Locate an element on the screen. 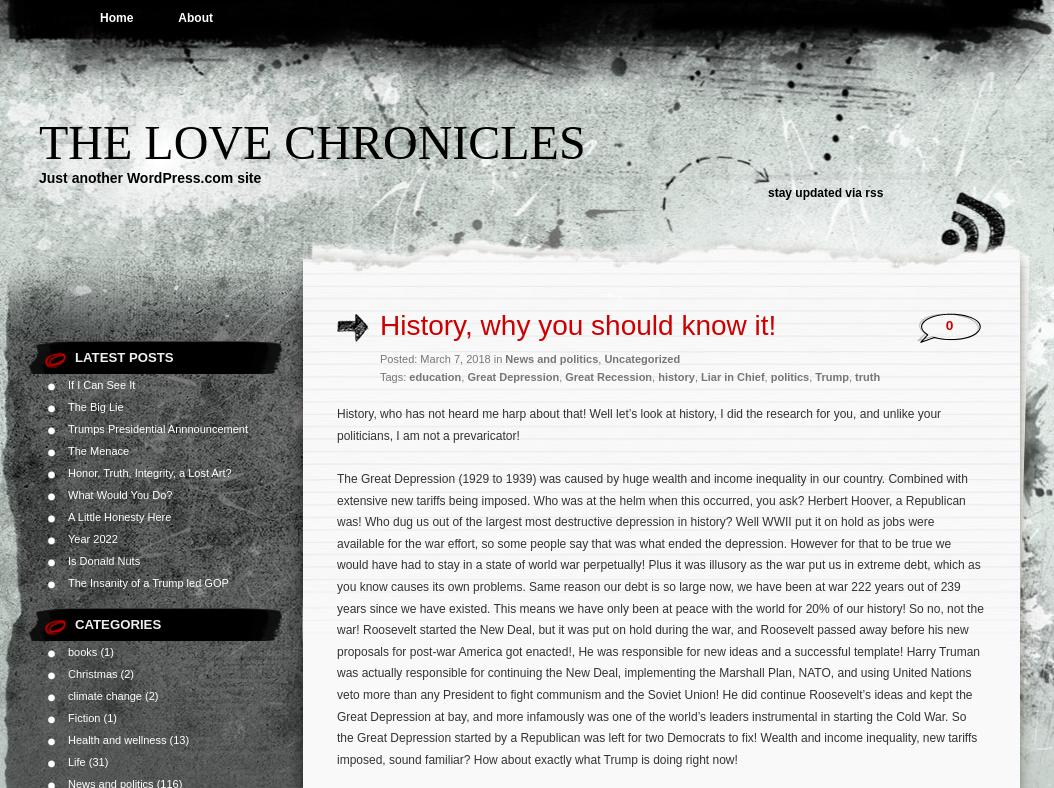 The image size is (1054, 788). 'Great Depression' is located at coordinates (511, 376).